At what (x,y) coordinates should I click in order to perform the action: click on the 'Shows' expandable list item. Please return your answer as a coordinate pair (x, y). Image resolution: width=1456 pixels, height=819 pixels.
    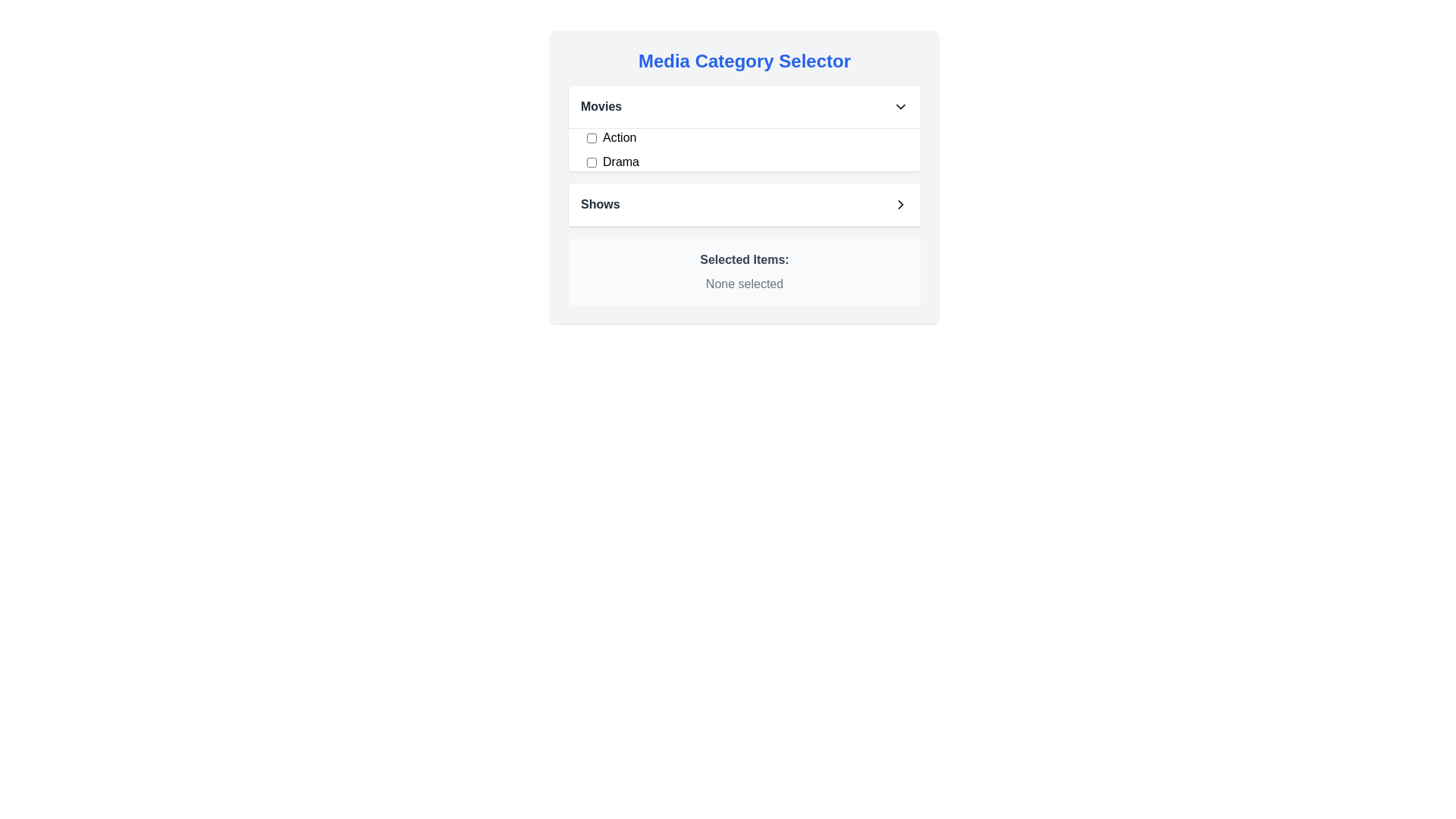
    Looking at the image, I should click on (745, 205).